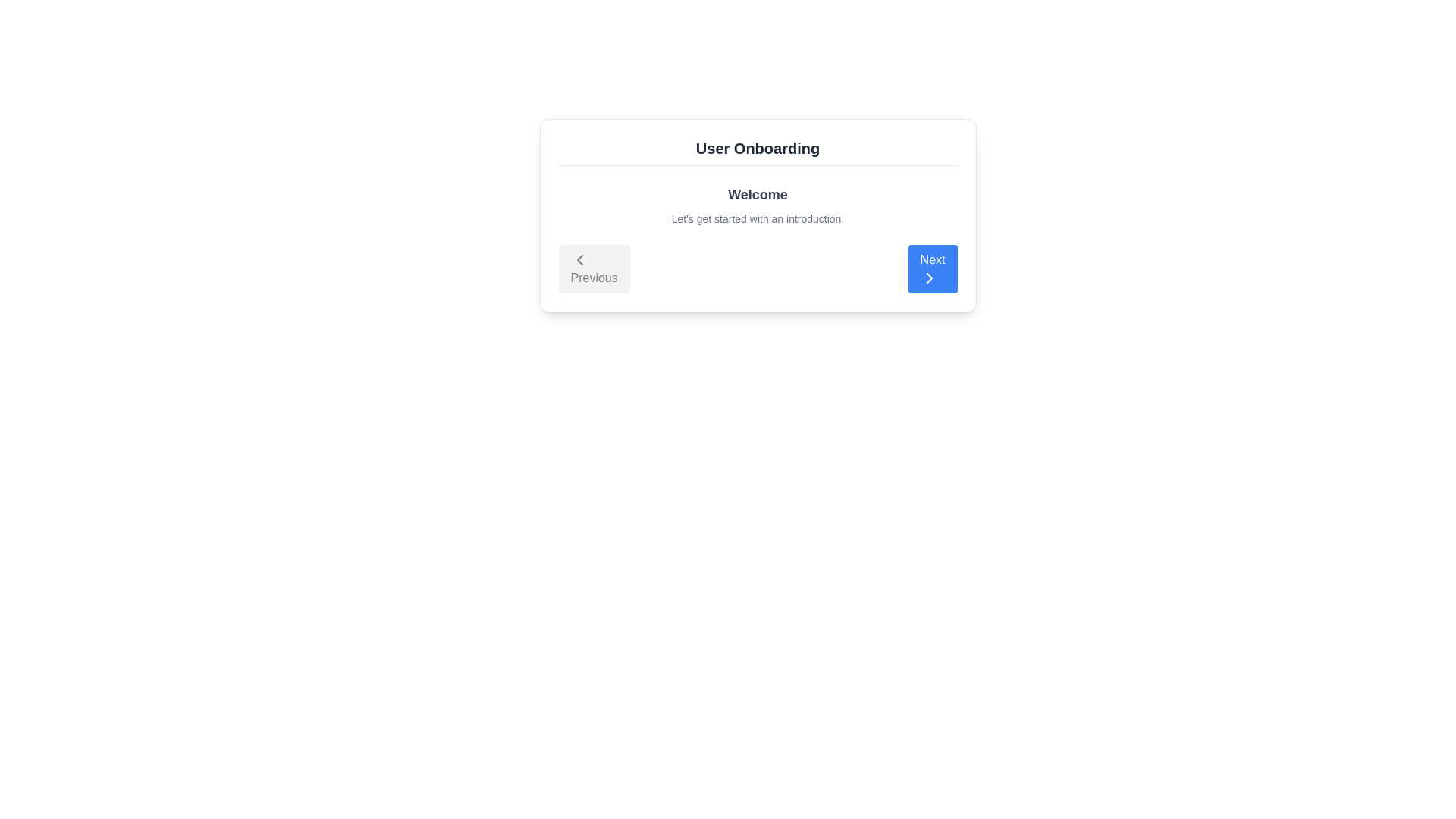 Image resolution: width=1456 pixels, height=819 pixels. What do you see at coordinates (932, 268) in the screenshot?
I see `the 'Next' button` at bounding box center [932, 268].